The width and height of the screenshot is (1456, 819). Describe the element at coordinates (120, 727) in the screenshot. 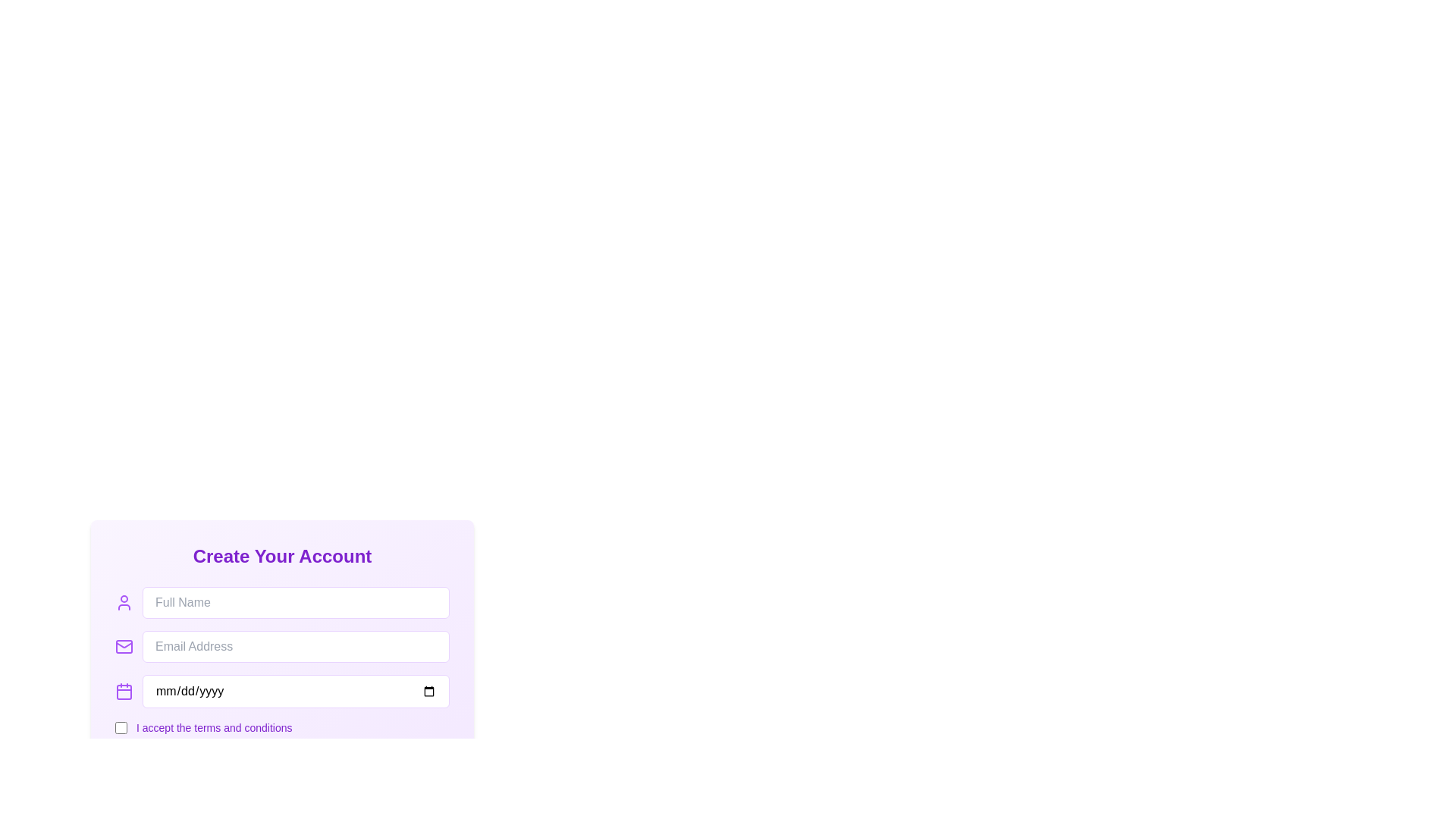

I see `the checkbox for terms and conditions` at that location.